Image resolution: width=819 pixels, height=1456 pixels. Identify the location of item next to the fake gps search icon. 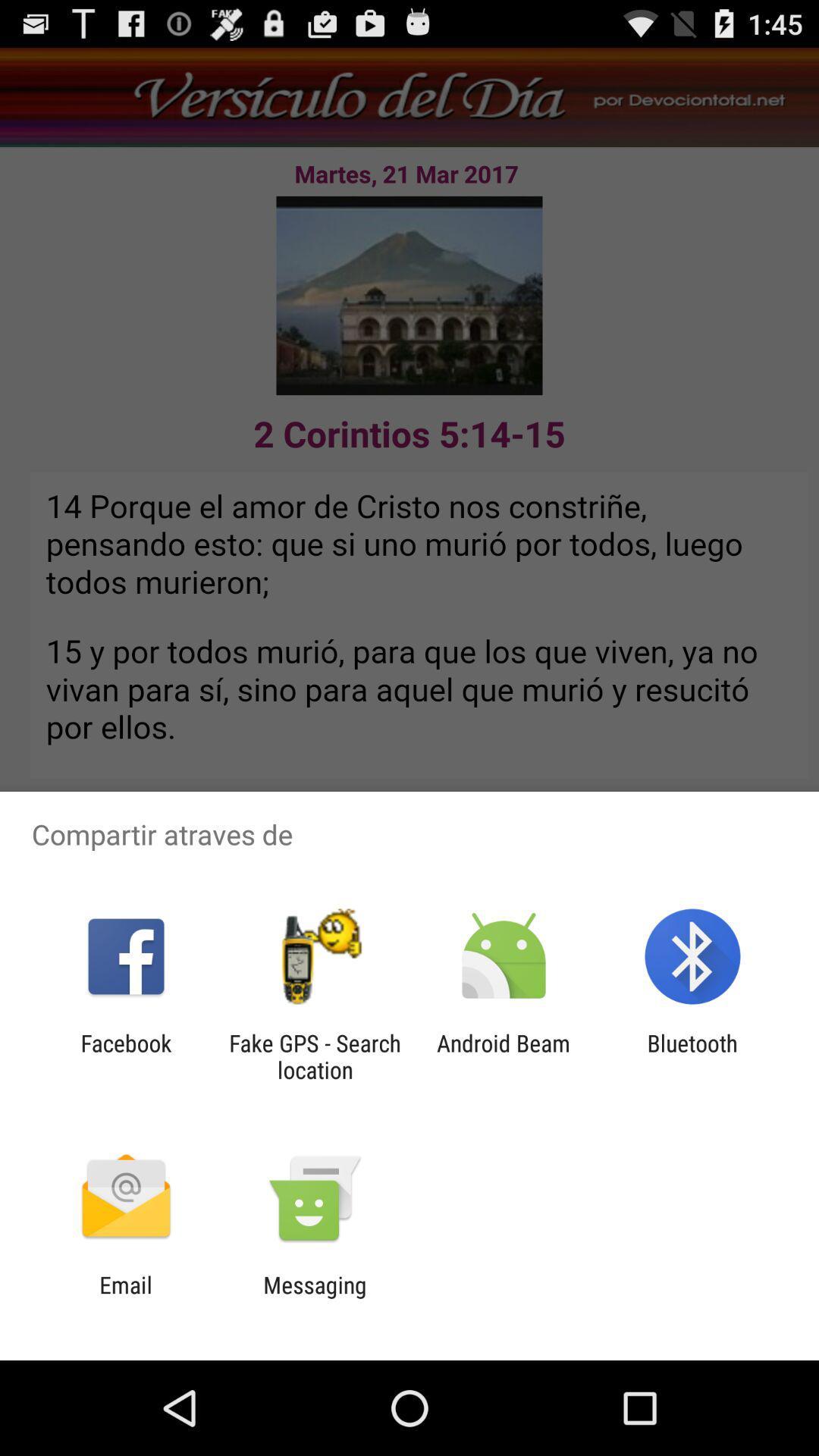
(125, 1056).